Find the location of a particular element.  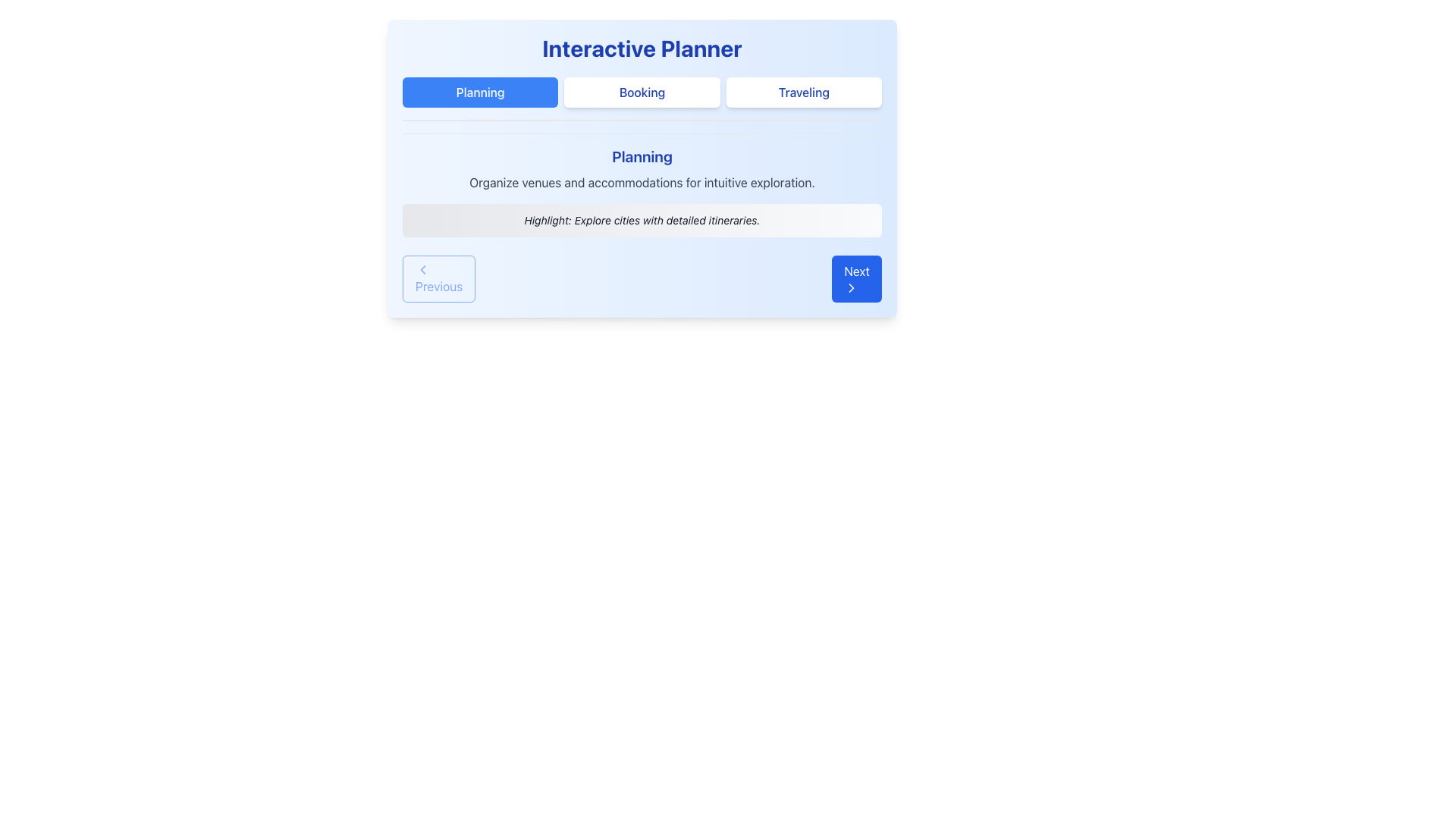

the 'Next' button which contains the navigation icon, located at the bottom-right side of the main interface is located at coordinates (852, 288).